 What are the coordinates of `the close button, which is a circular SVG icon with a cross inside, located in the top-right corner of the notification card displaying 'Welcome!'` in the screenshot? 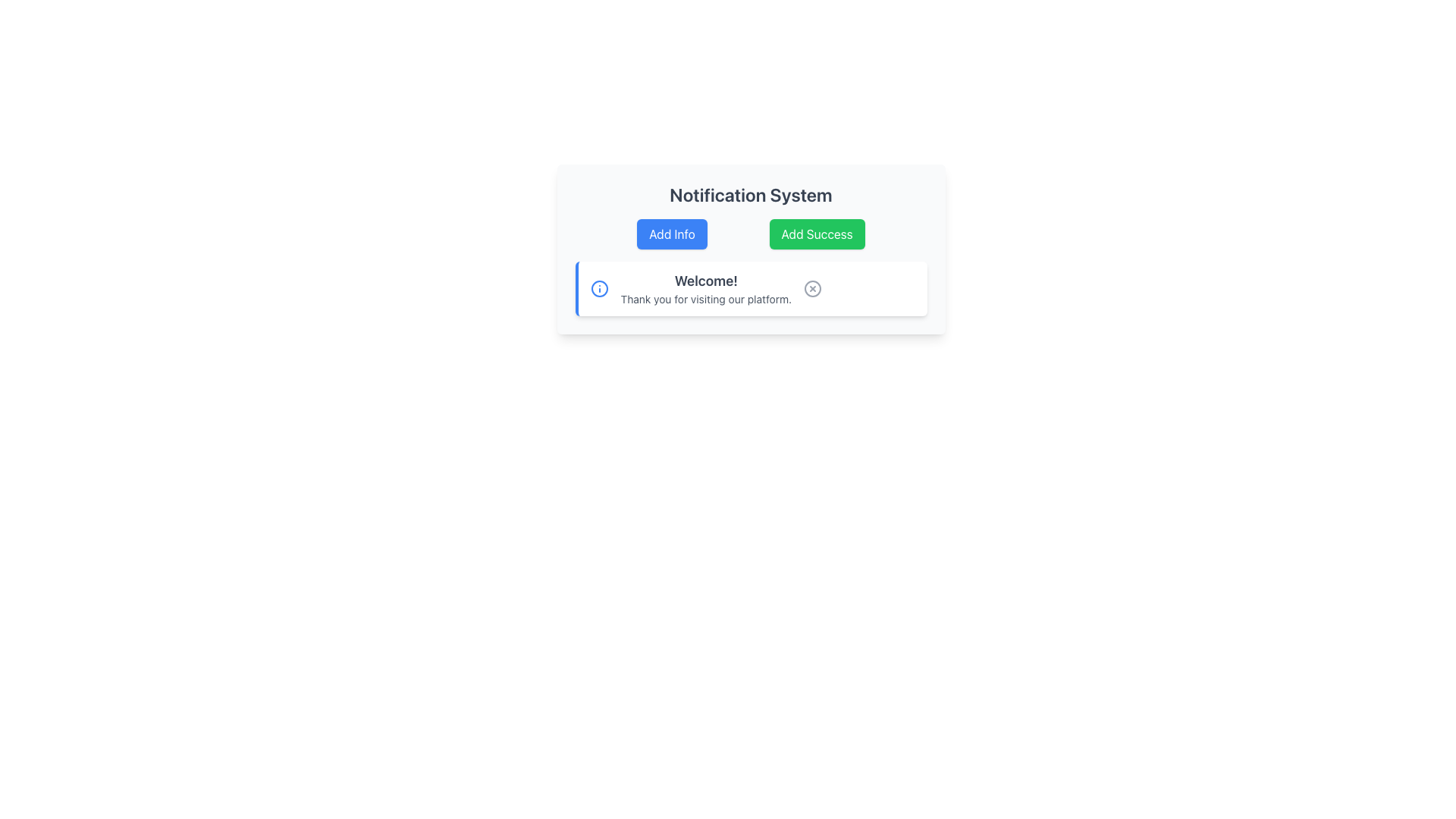 It's located at (812, 289).